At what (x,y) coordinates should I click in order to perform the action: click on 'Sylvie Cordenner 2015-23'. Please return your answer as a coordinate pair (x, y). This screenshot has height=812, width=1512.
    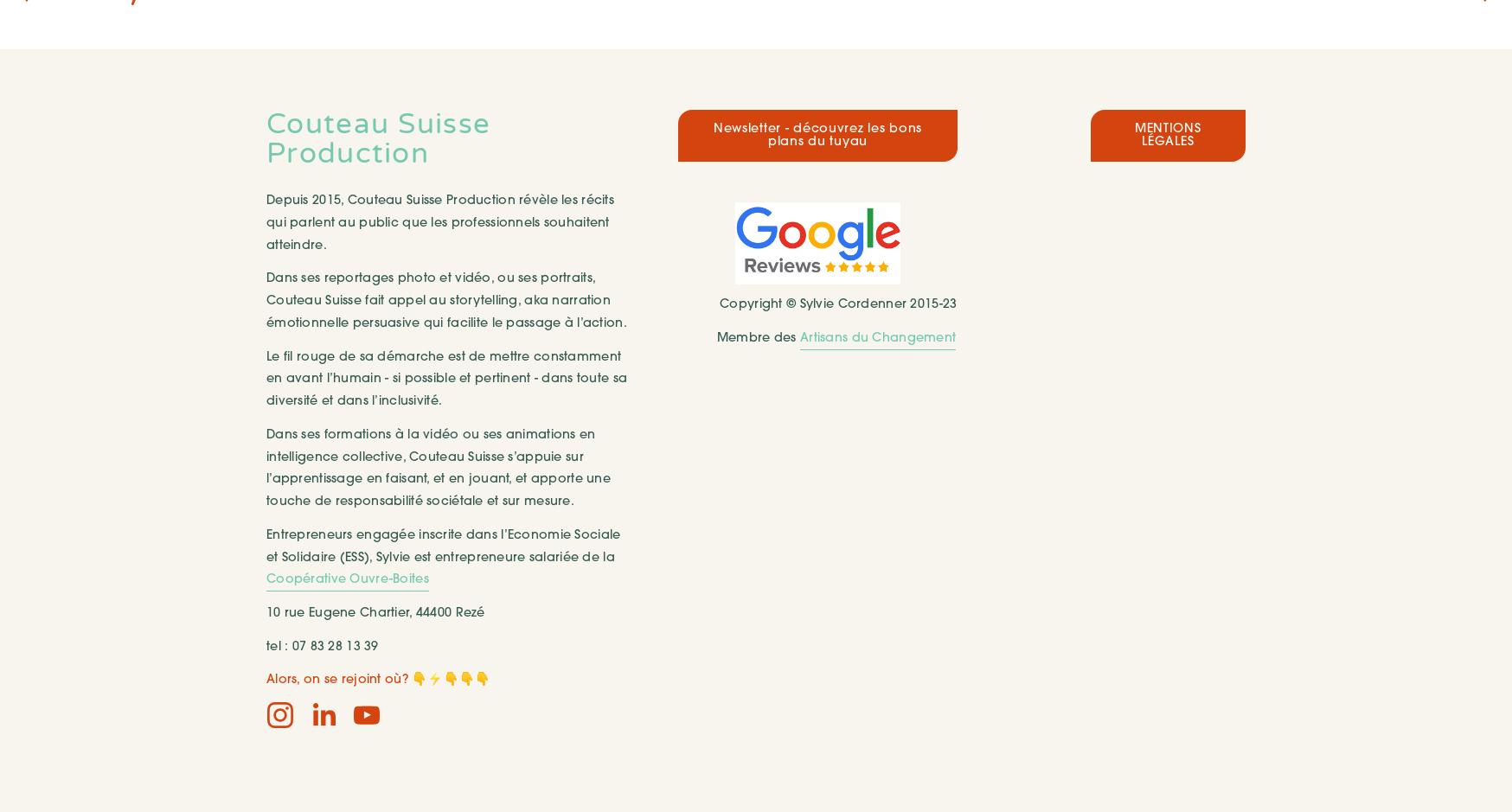
    Looking at the image, I should click on (878, 304).